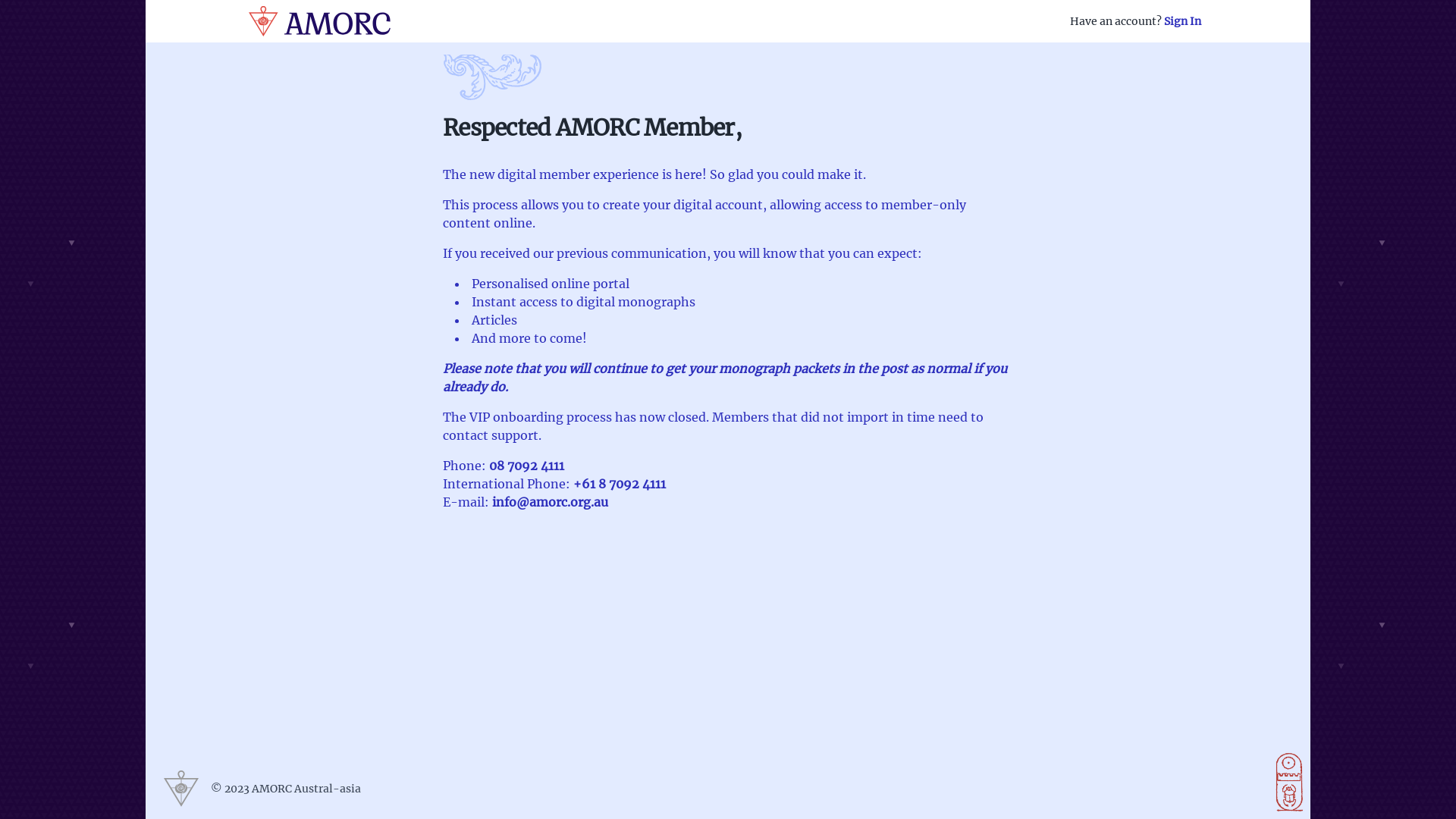 Image resolution: width=1456 pixels, height=819 pixels. Describe the element at coordinates (1163, 20) in the screenshot. I see `'Sign In'` at that location.